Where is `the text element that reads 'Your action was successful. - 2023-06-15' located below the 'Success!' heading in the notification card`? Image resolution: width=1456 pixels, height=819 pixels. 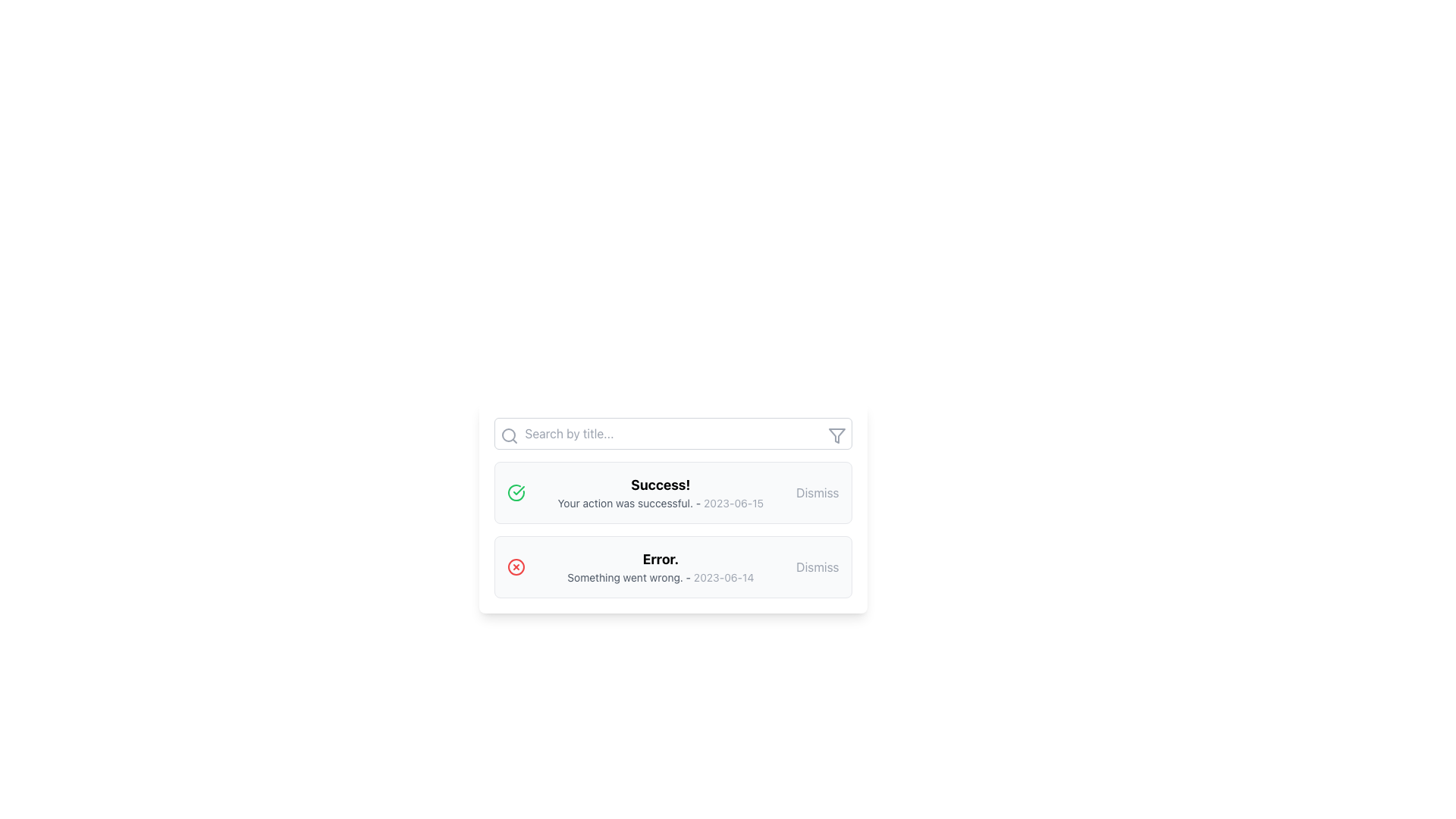
the text element that reads 'Your action was successful. - 2023-06-15' located below the 'Success!' heading in the notification card is located at coordinates (661, 503).